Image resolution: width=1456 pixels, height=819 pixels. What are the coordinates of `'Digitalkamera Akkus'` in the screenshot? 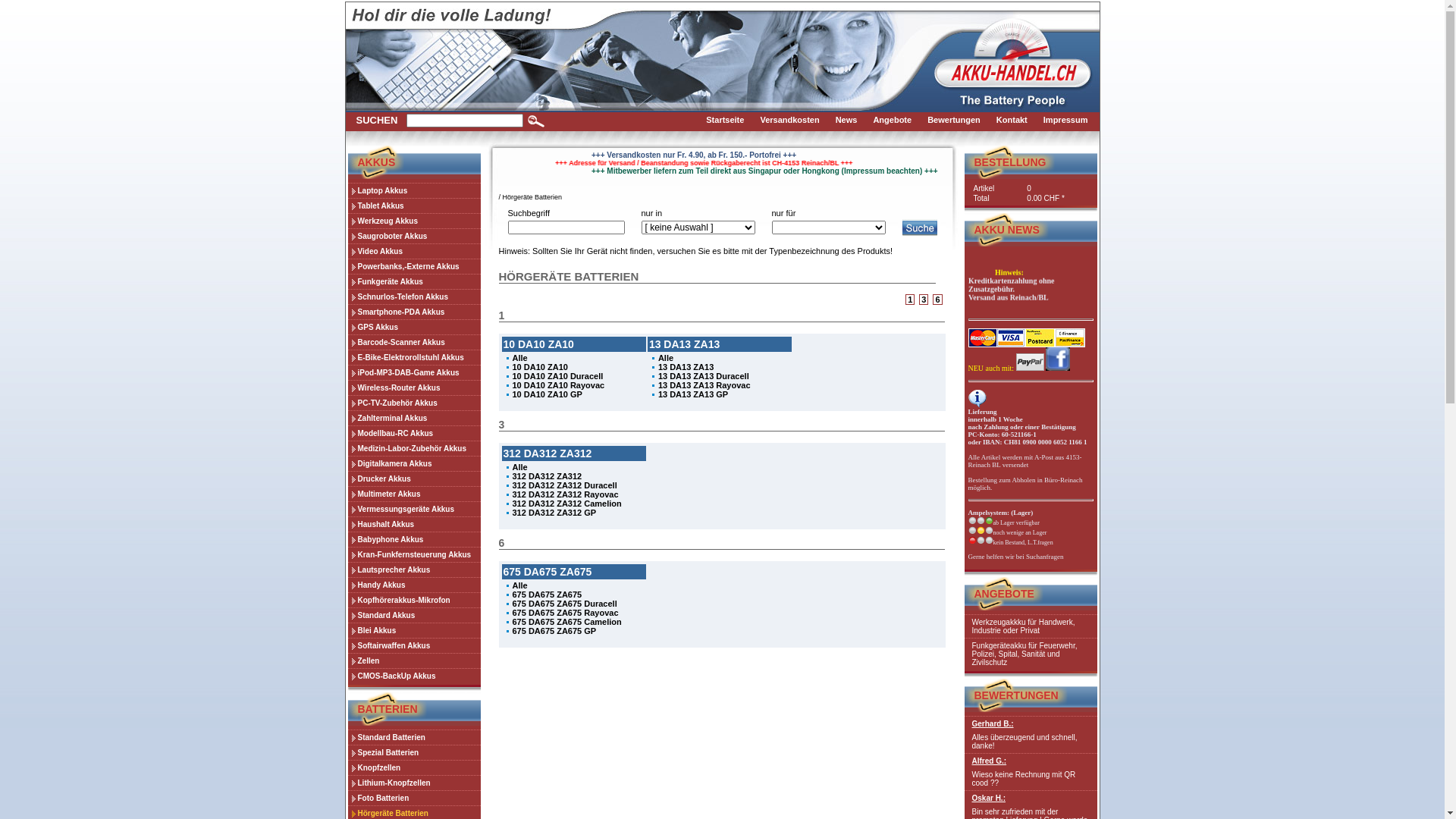 It's located at (413, 462).